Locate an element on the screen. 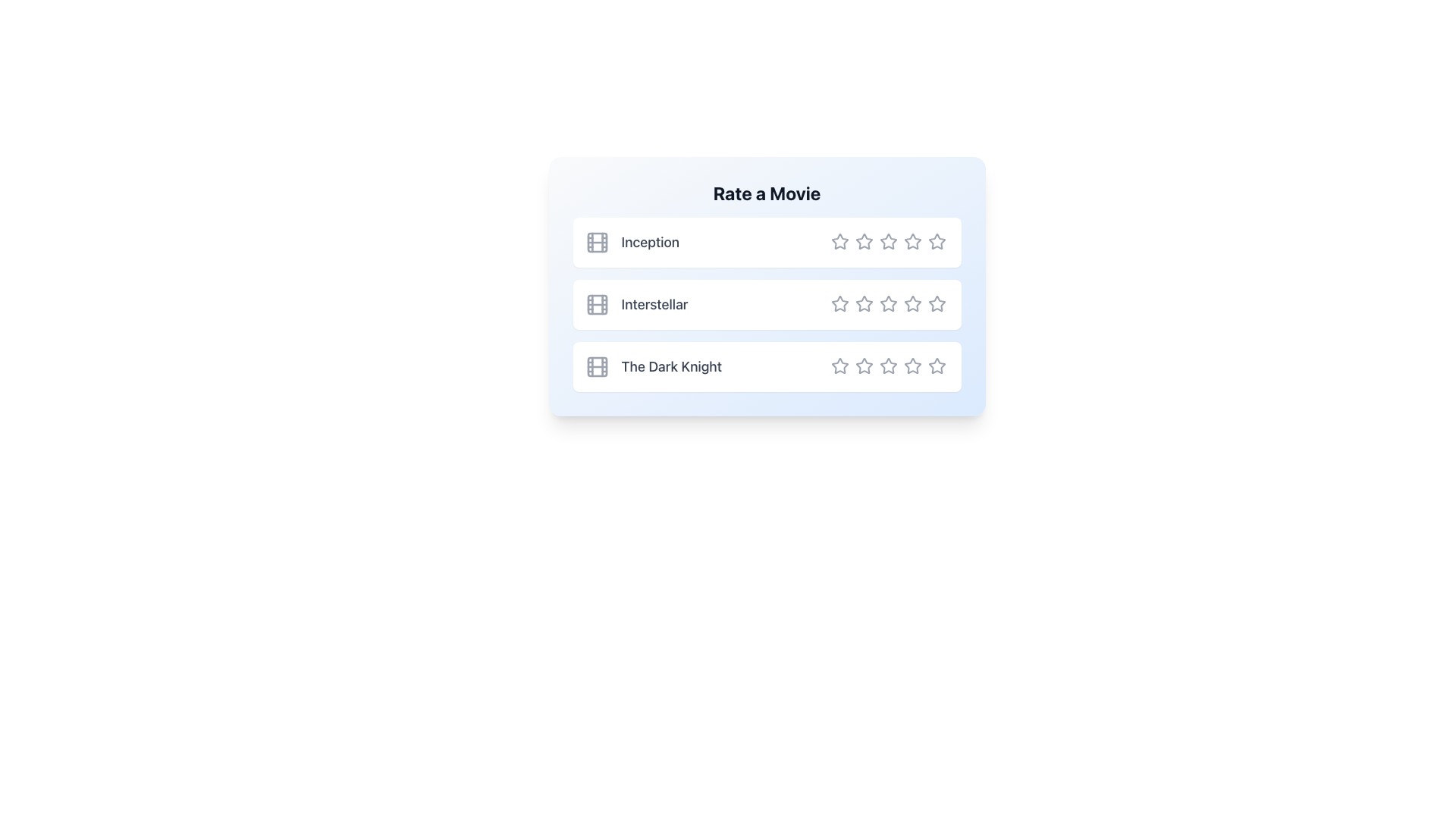 The height and width of the screenshot is (819, 1456). the first rating star for 'The Dark Knight', which is a gray hollow star icon is located at coordinates (839, 366).